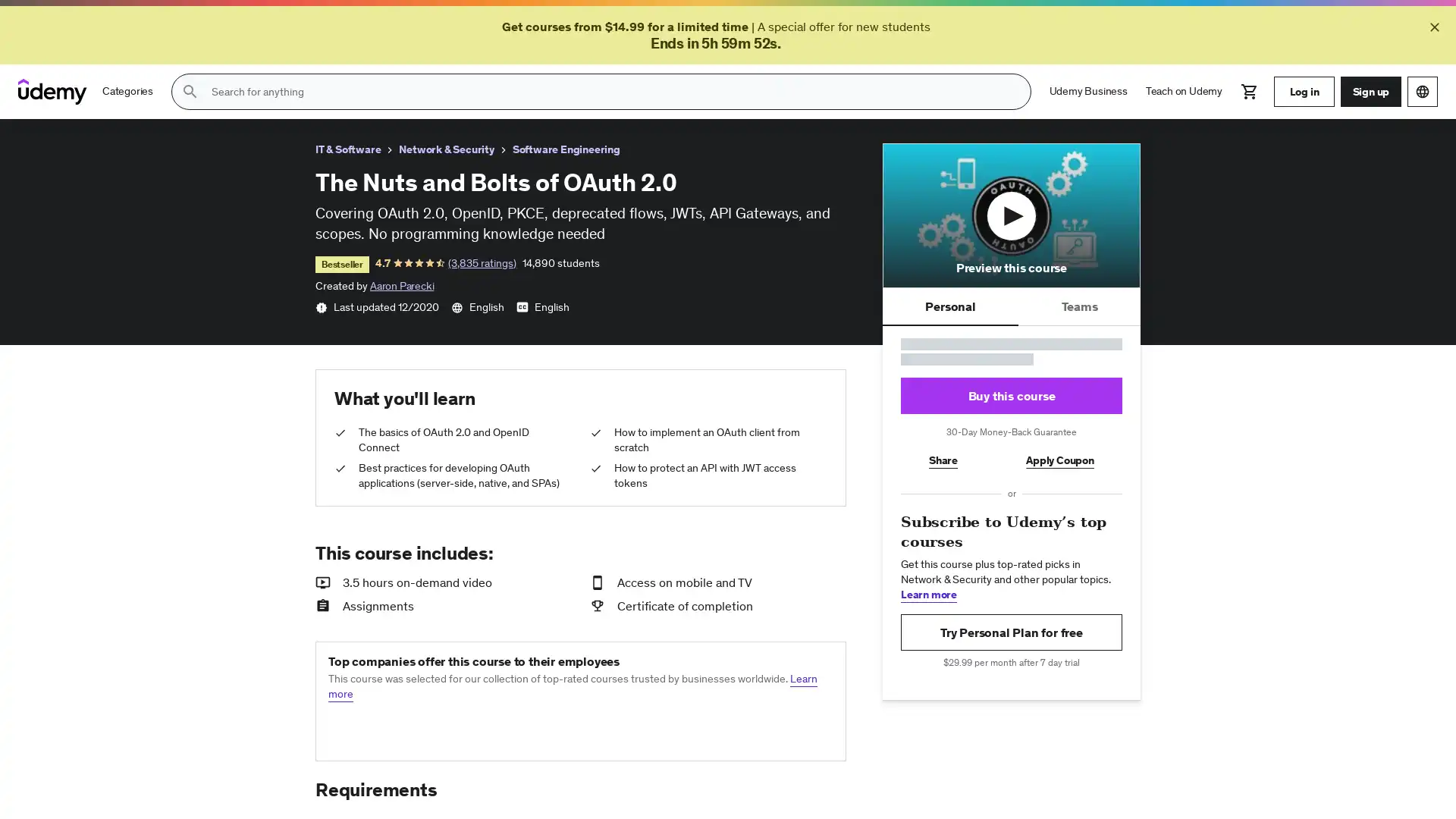 Image resolution: width=1456 pixels, height=819 pixels. I want to click on Submit search, so click(189, 91).